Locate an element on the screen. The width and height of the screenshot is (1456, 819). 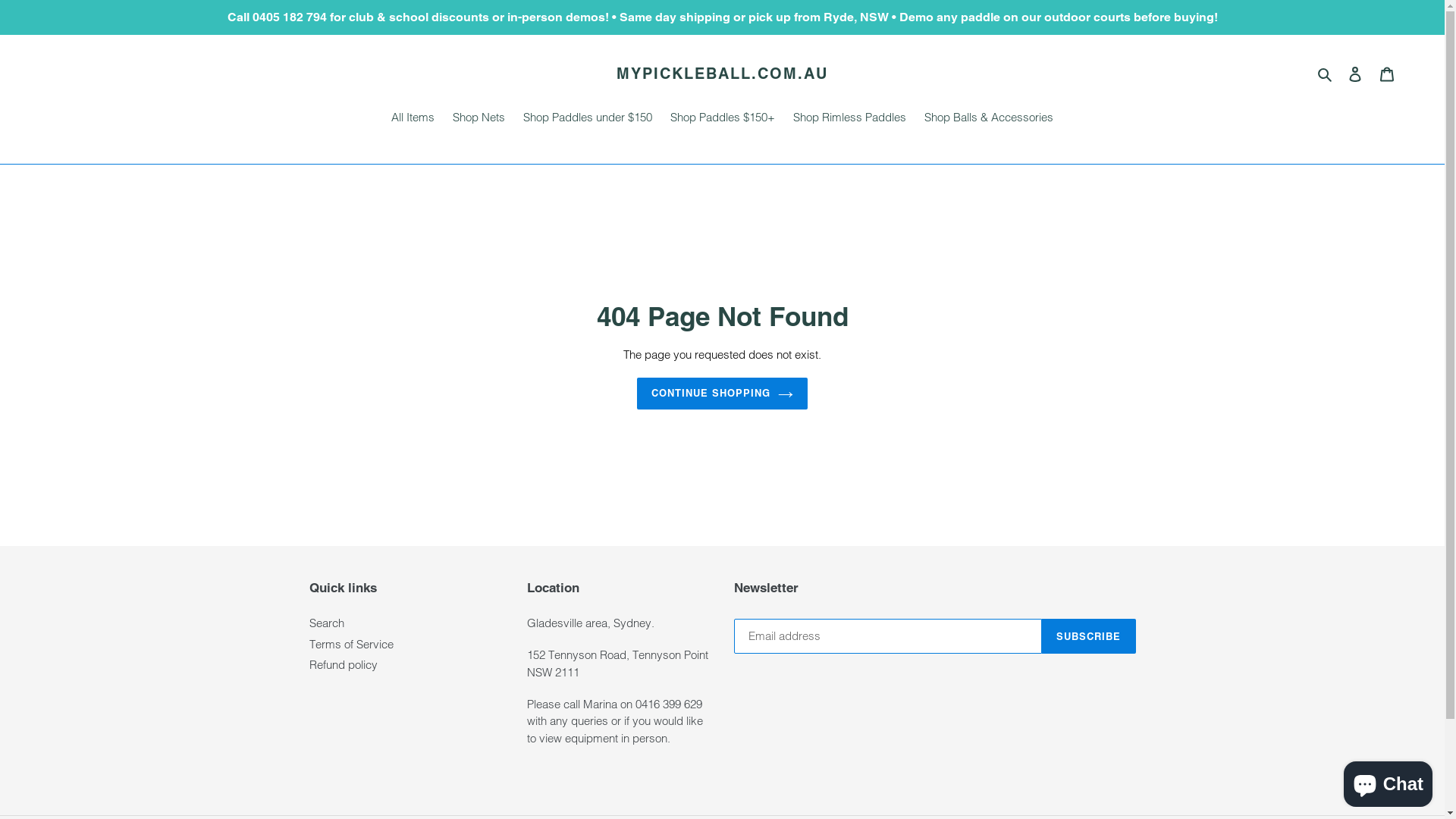
'Shop Rimless Paddles' is located at coordinates (786, 118).